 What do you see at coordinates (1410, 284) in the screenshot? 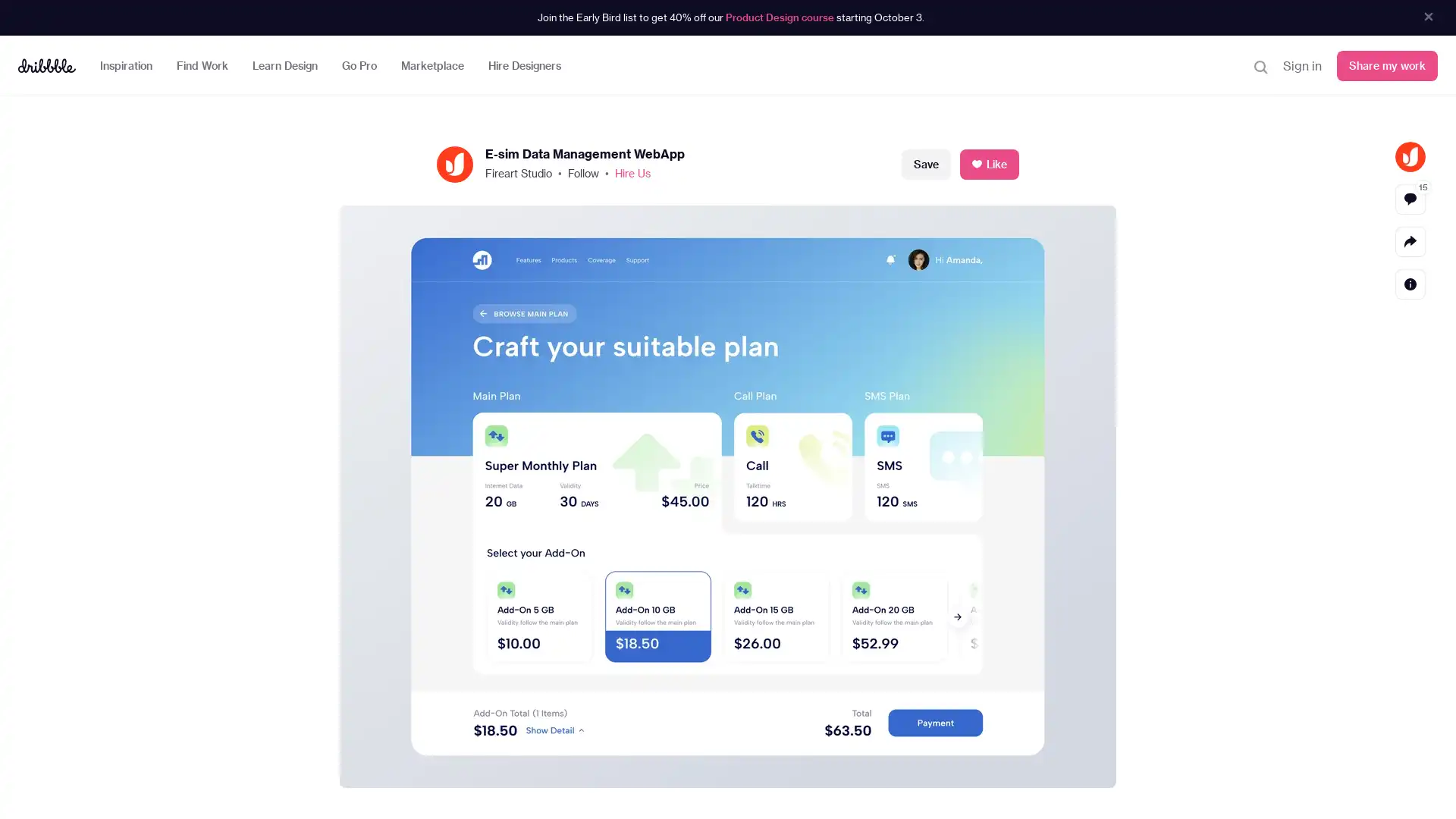
I see `Detail actions` at bounding box center [1410, 284].